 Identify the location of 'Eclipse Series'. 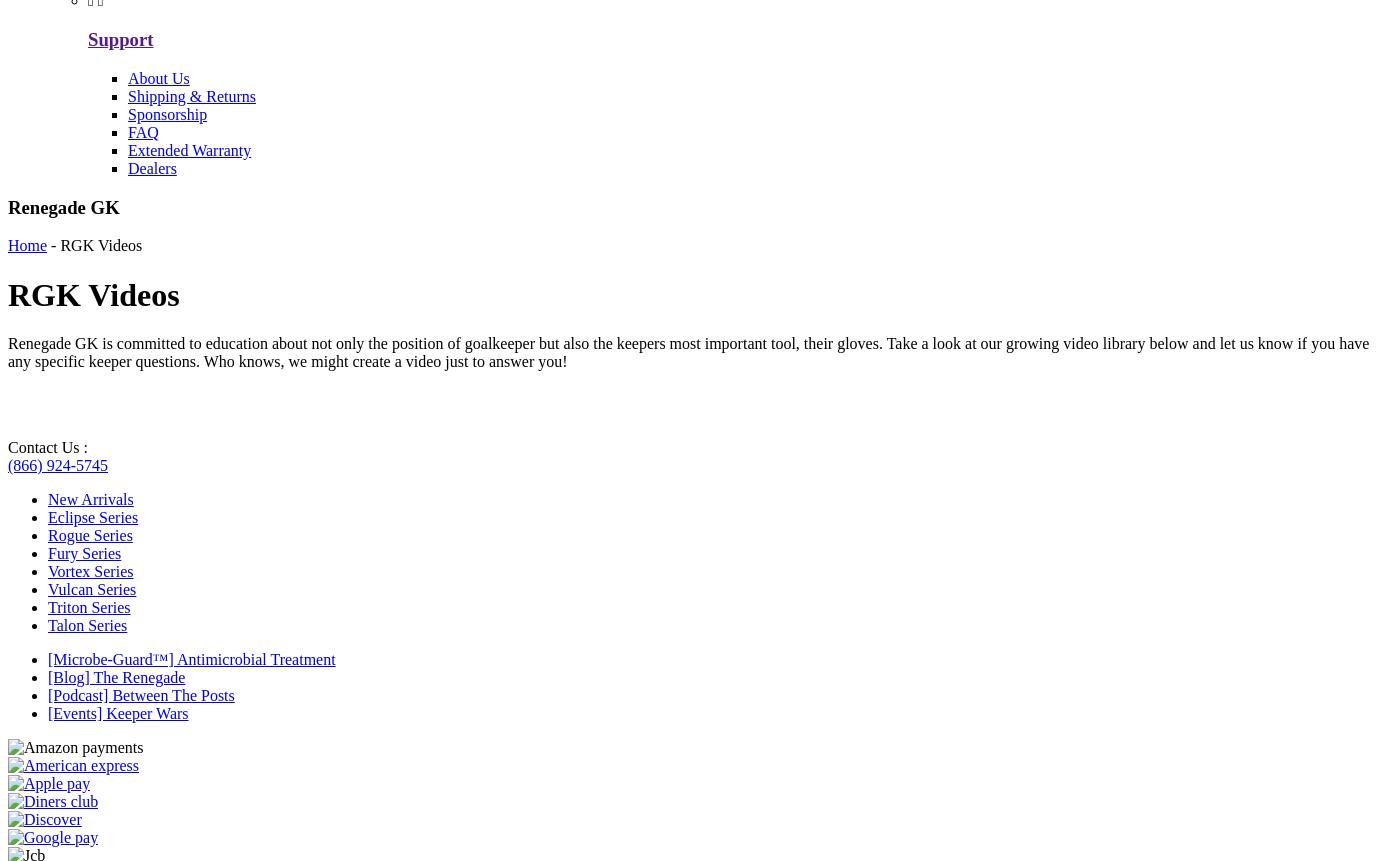
(48, 517).